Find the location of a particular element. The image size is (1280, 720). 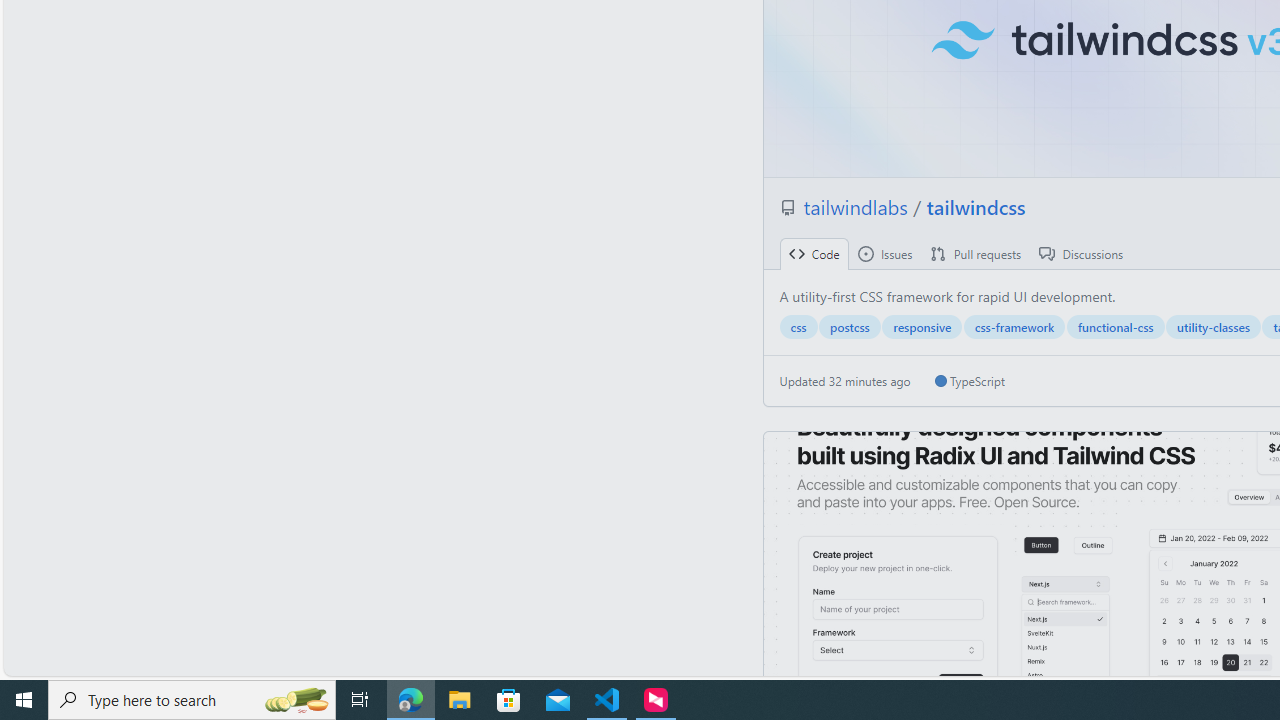

' Code' is located at coordinates (814, 253).